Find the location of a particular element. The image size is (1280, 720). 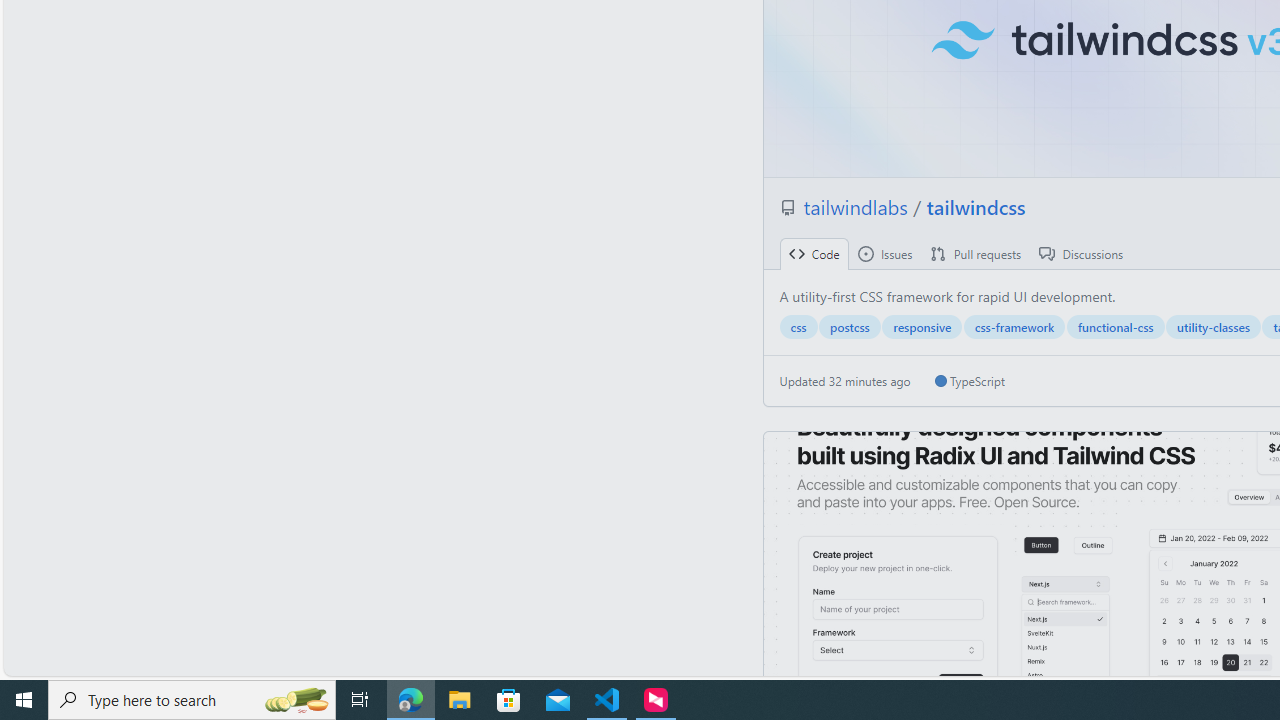

' Code' is located at coordinates (814, 253).